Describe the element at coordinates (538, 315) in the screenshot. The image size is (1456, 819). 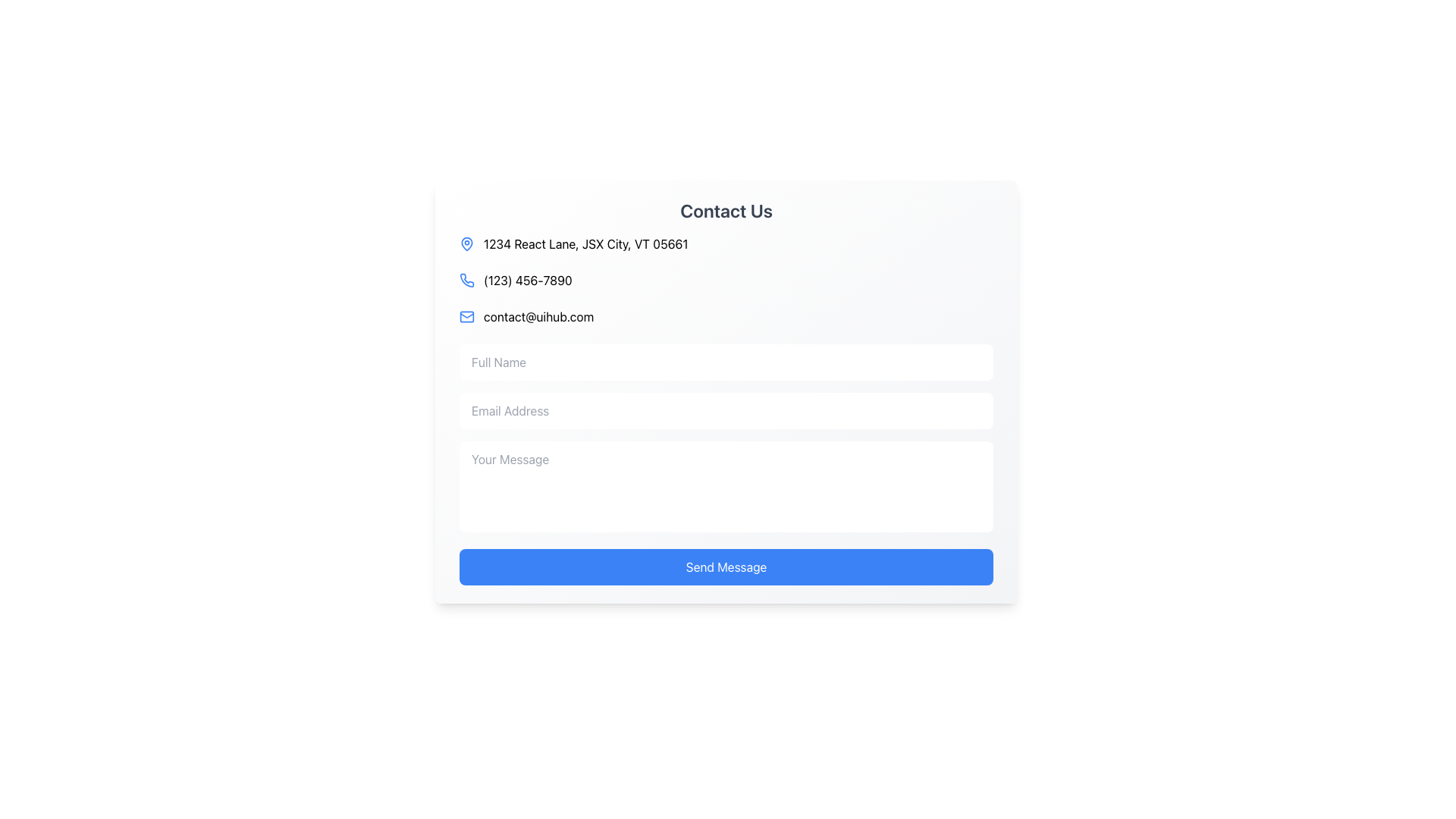
I see `the Text Label displaying the email address 'contact@uihub.com', which is located in the third row of contact details beneath the phone number` at that location.